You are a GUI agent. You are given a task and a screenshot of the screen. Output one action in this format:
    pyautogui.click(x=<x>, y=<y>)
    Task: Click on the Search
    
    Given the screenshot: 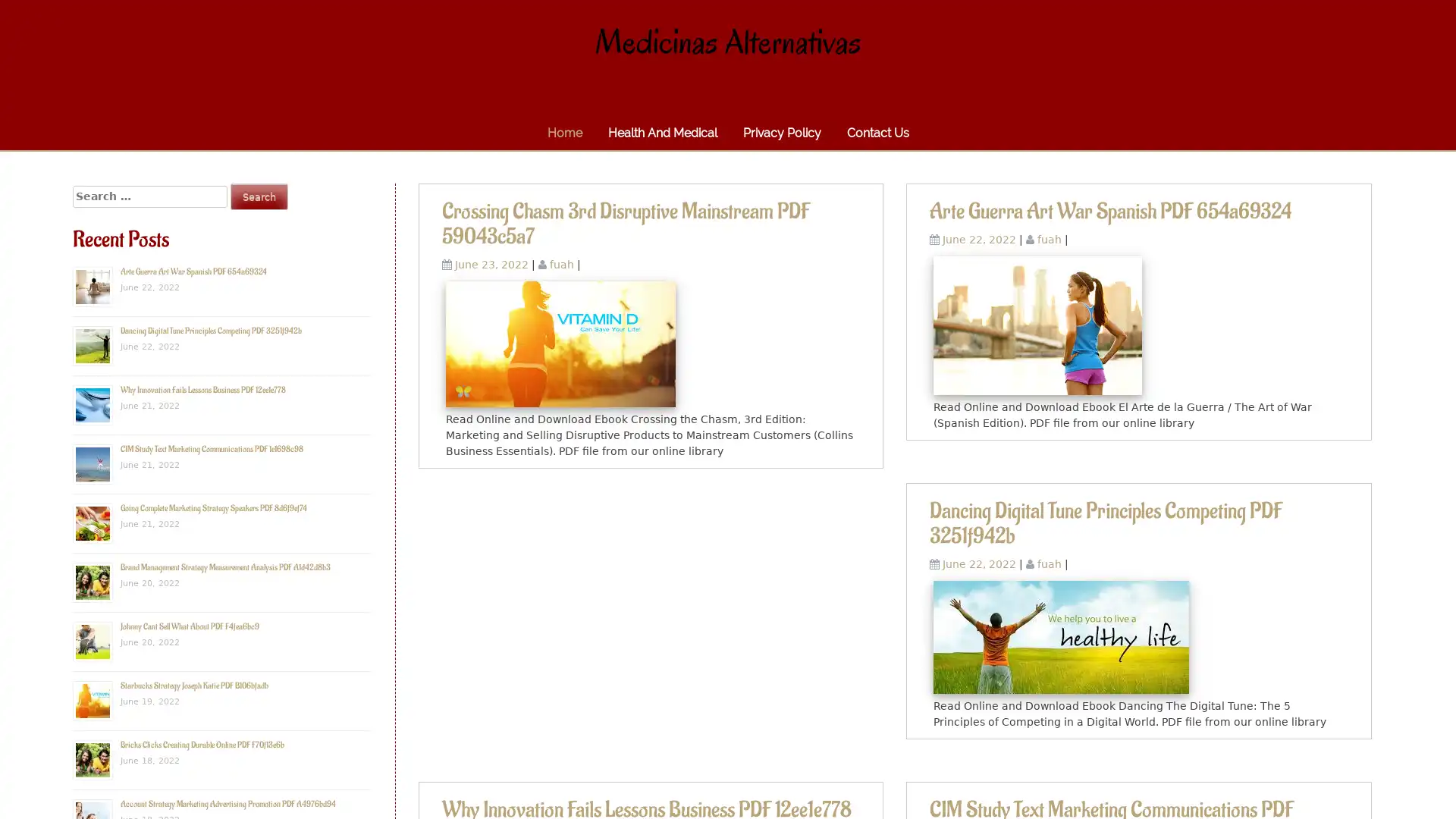 What is the action you would take?
    pyautogui.click(x=259, y=196)
    